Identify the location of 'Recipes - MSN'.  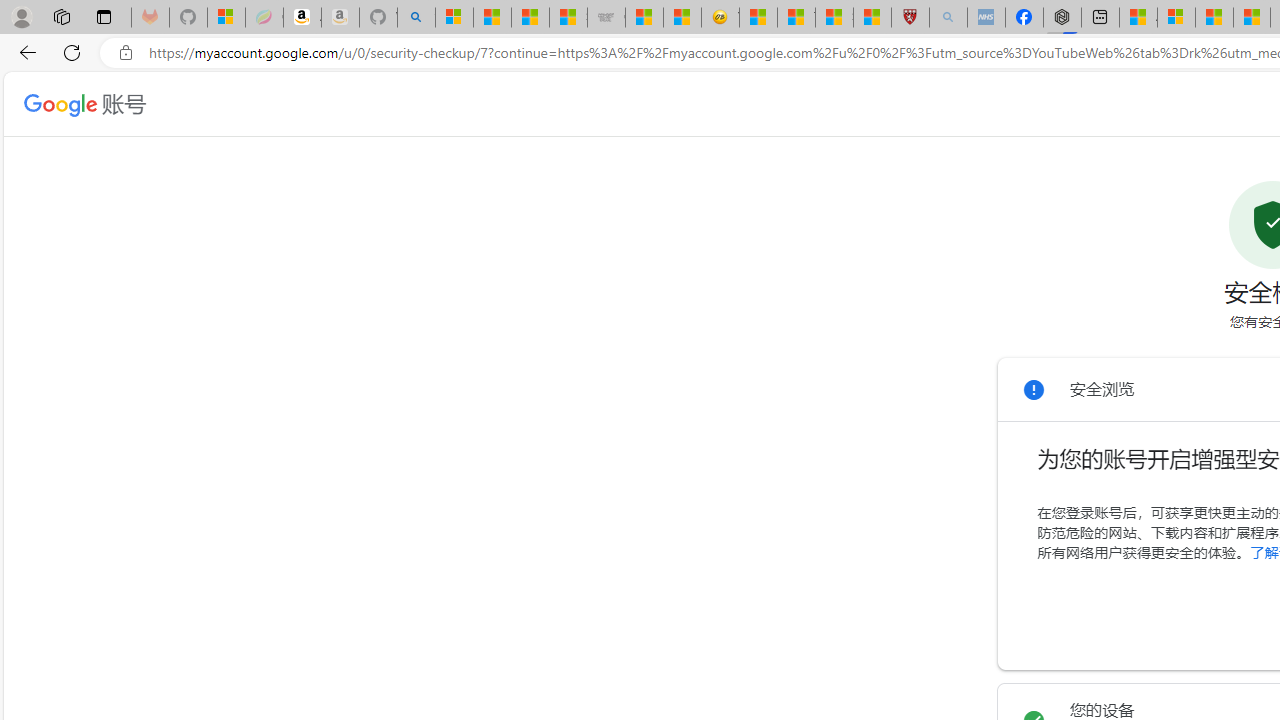
(757, 17).